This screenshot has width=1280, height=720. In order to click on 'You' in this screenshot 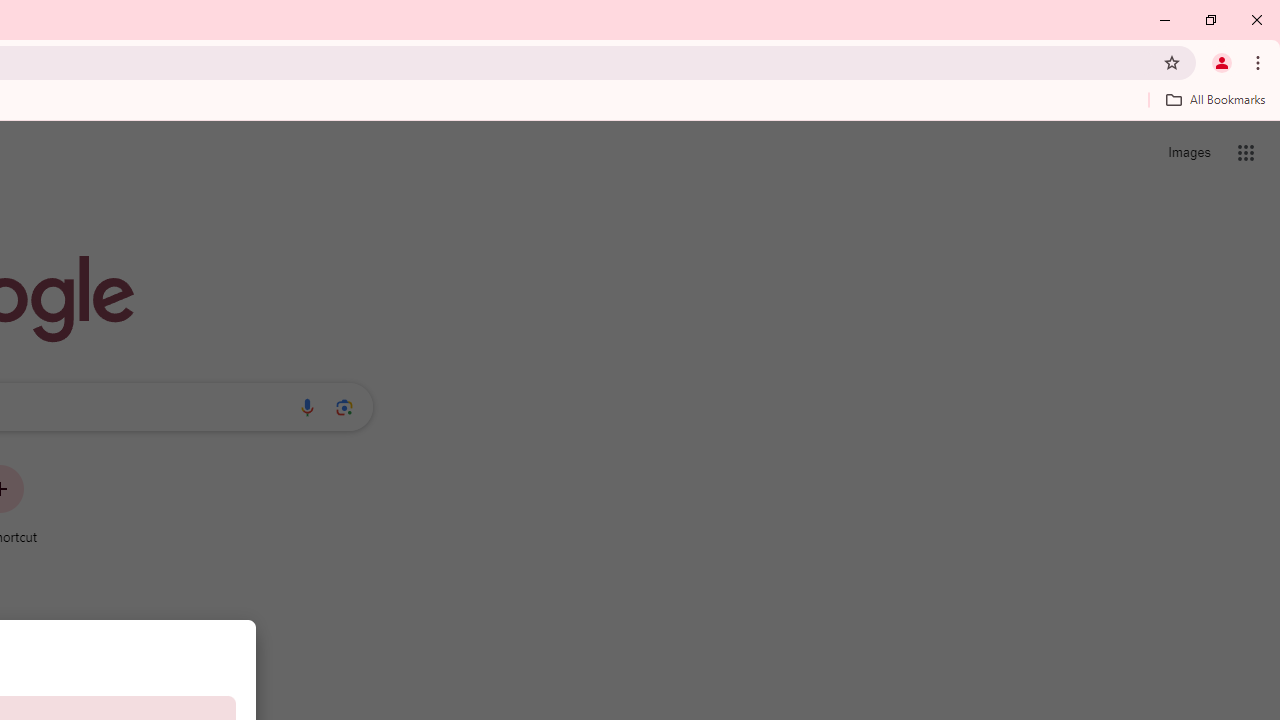, I will do `click(1220, 61)`.